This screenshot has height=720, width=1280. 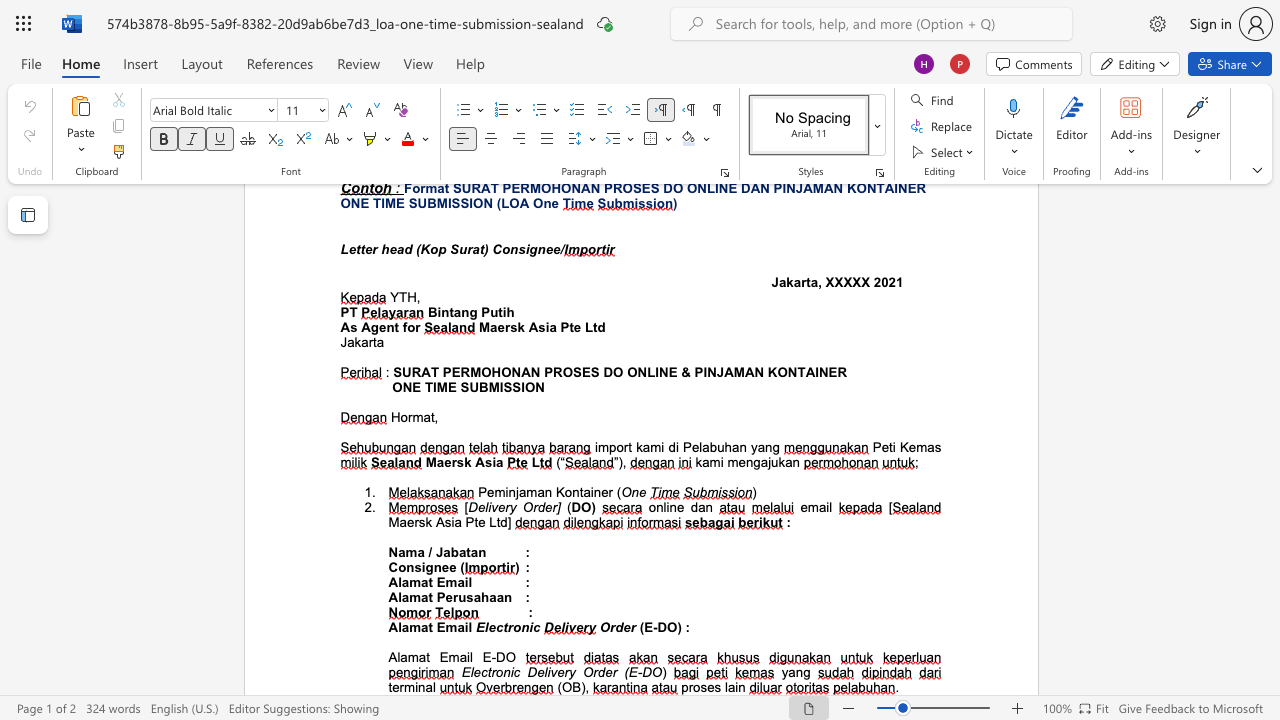 I want to click on the subset text "inal" within the text "terminal", so click(x=414, y=686).